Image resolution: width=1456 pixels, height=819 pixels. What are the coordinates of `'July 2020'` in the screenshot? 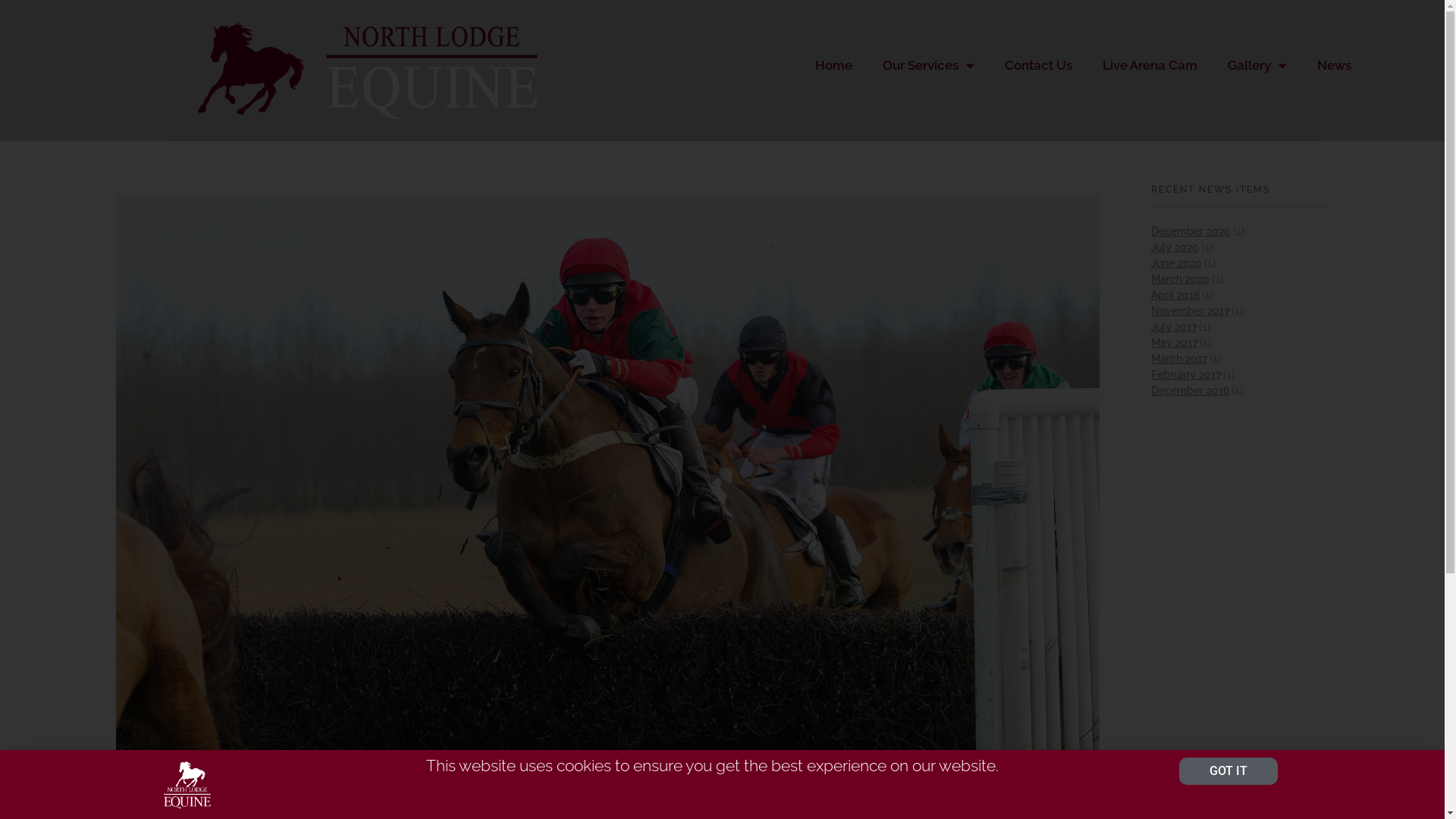 It's located at (1150, 246).